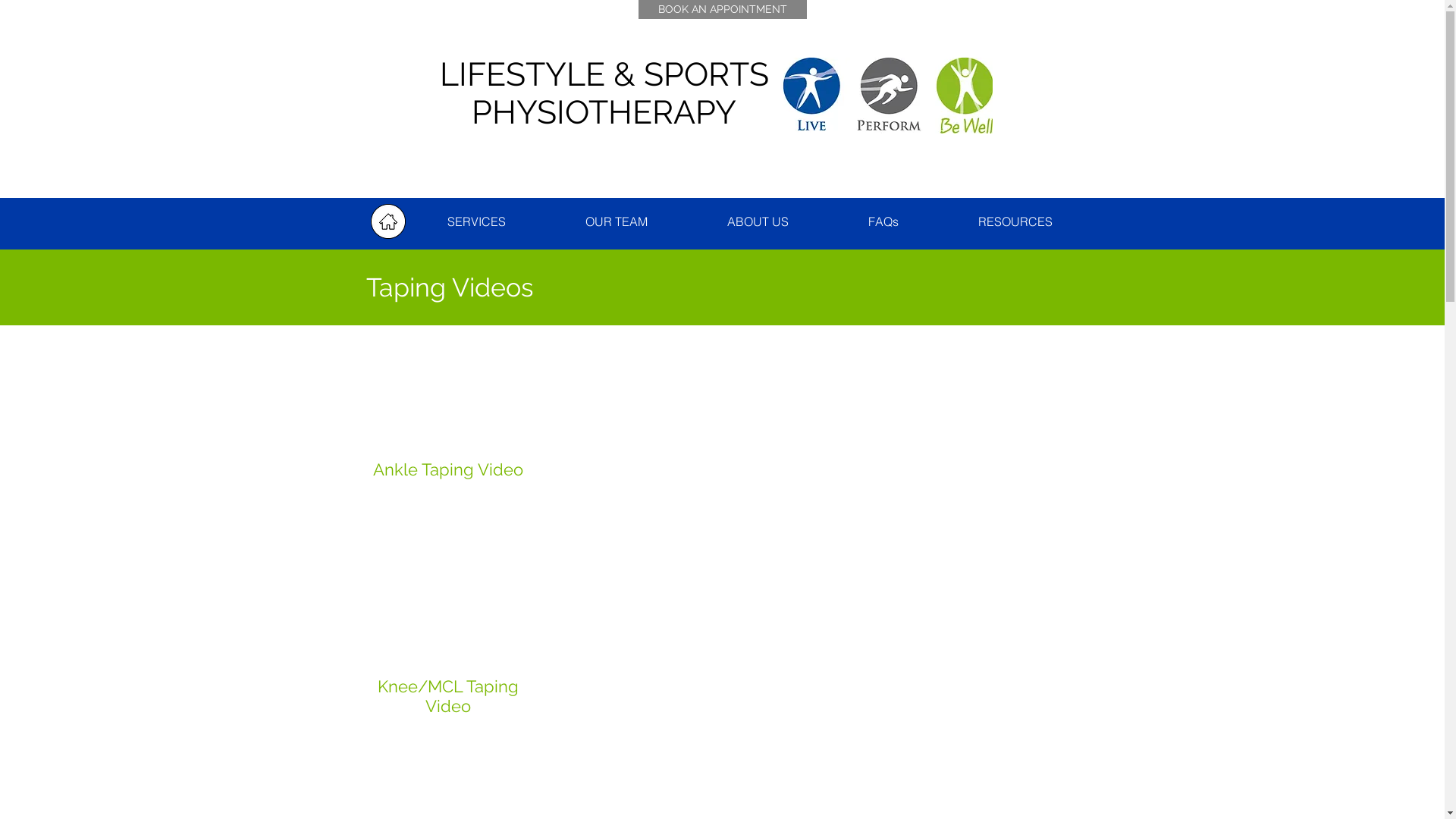 This screenshot has height=819, width=1456. I want to click on 'OUR TEAM', so click(617, 221).